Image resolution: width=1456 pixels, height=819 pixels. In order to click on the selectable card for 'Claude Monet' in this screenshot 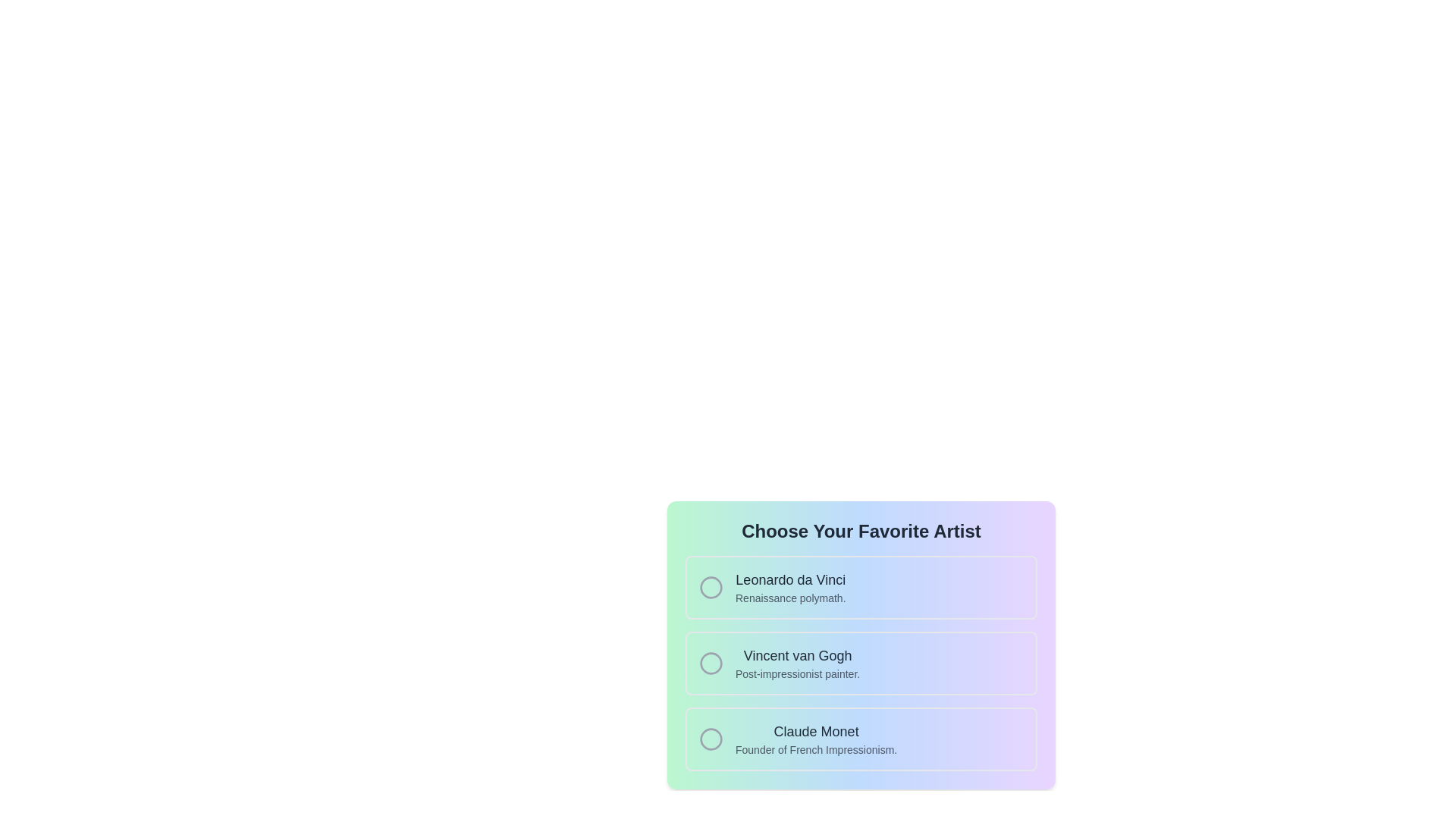, I will do `click(861, 739)`.